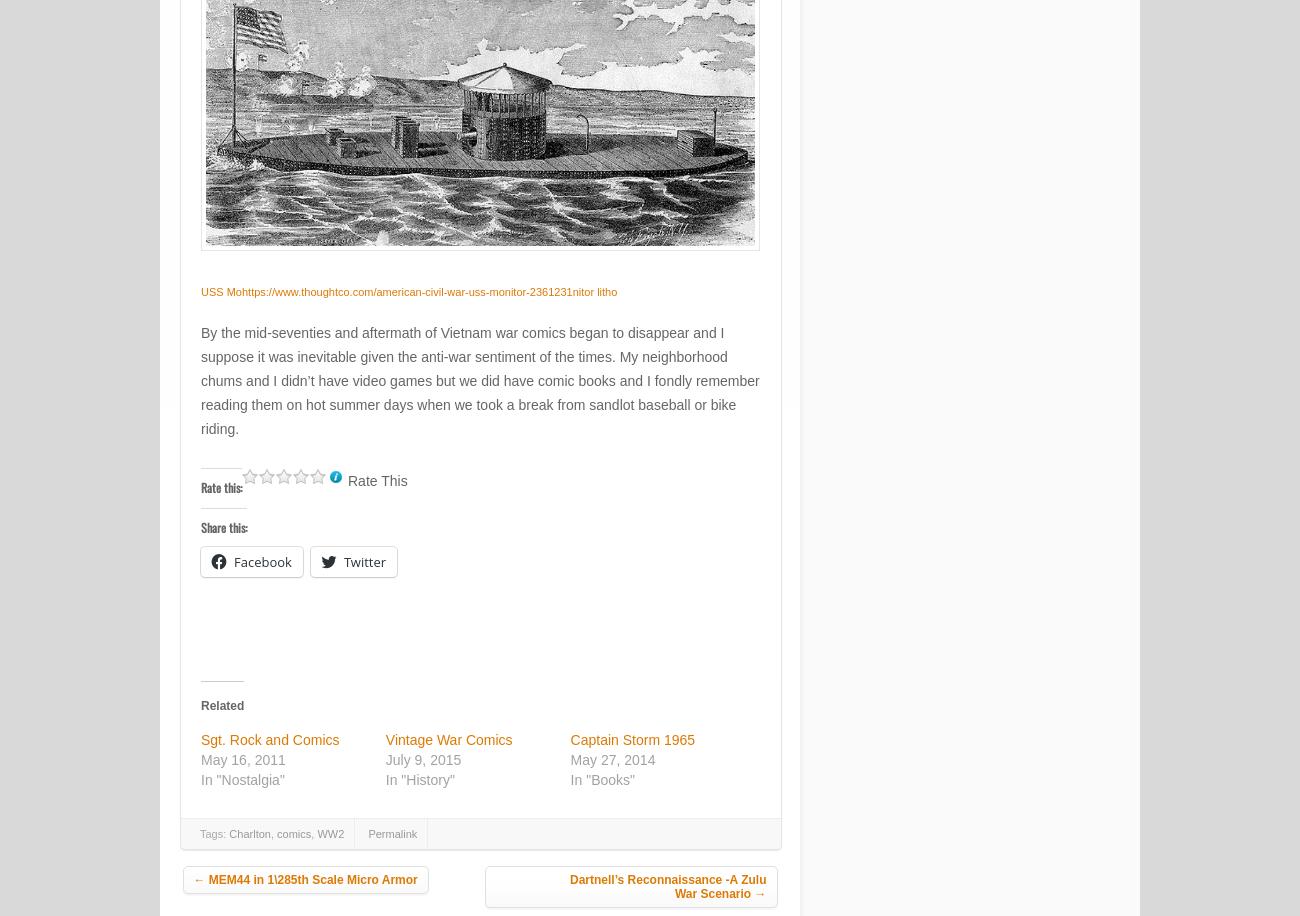  I want to click on 'Rate this:', so click(220, 487).